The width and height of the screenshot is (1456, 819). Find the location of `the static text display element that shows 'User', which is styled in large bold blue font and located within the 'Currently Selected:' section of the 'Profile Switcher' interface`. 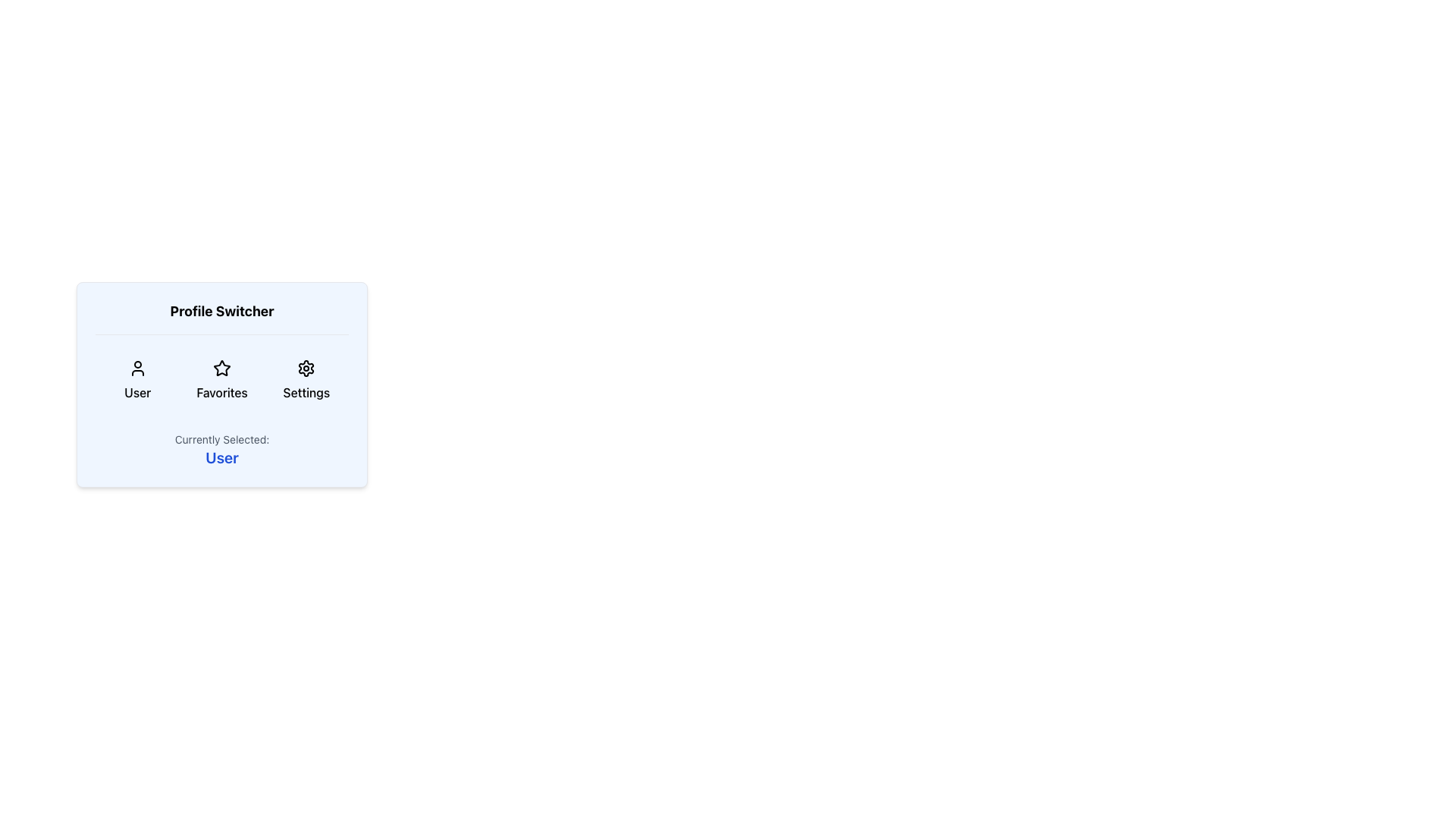

the static text display element that shows 'User', which is styled in large bold blue font and located within the 'Currently Selected:' section of the 'Profile Switcher' interface is located at coordinates (221, 457).